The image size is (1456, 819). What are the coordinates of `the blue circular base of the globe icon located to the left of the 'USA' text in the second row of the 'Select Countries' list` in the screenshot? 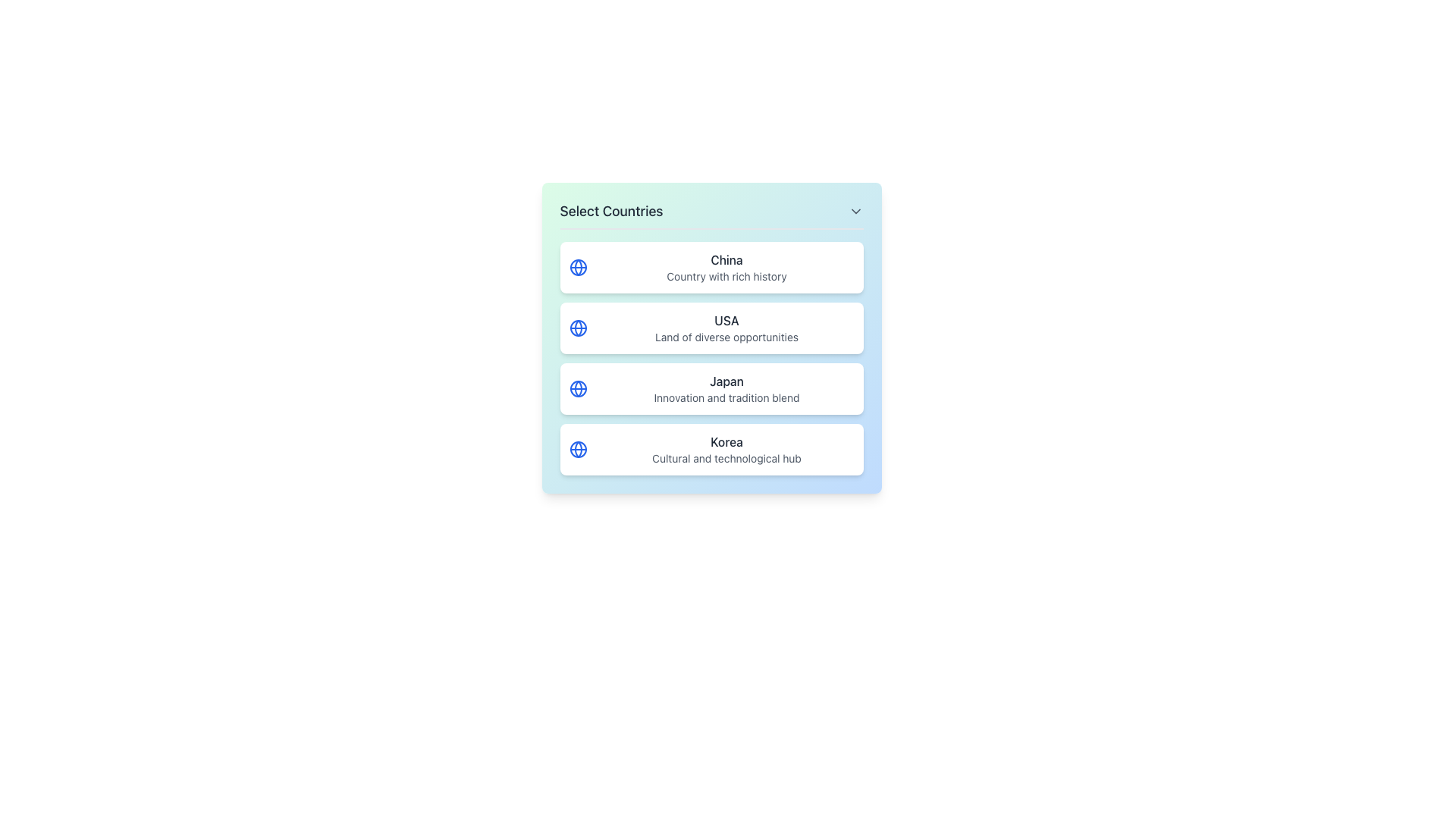 It's located at (577, 327).